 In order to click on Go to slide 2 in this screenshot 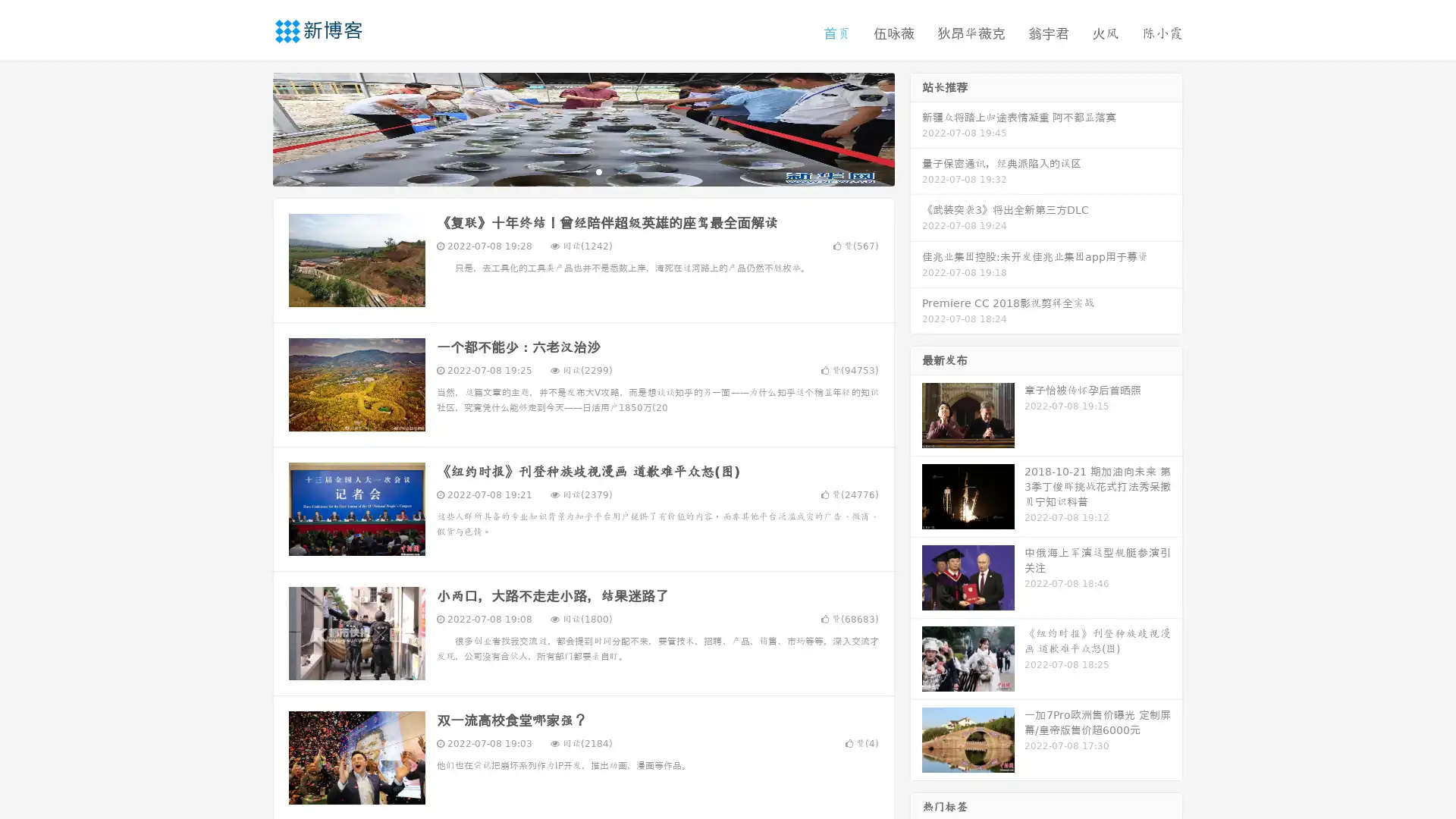, I will do `click(582, 171)`.